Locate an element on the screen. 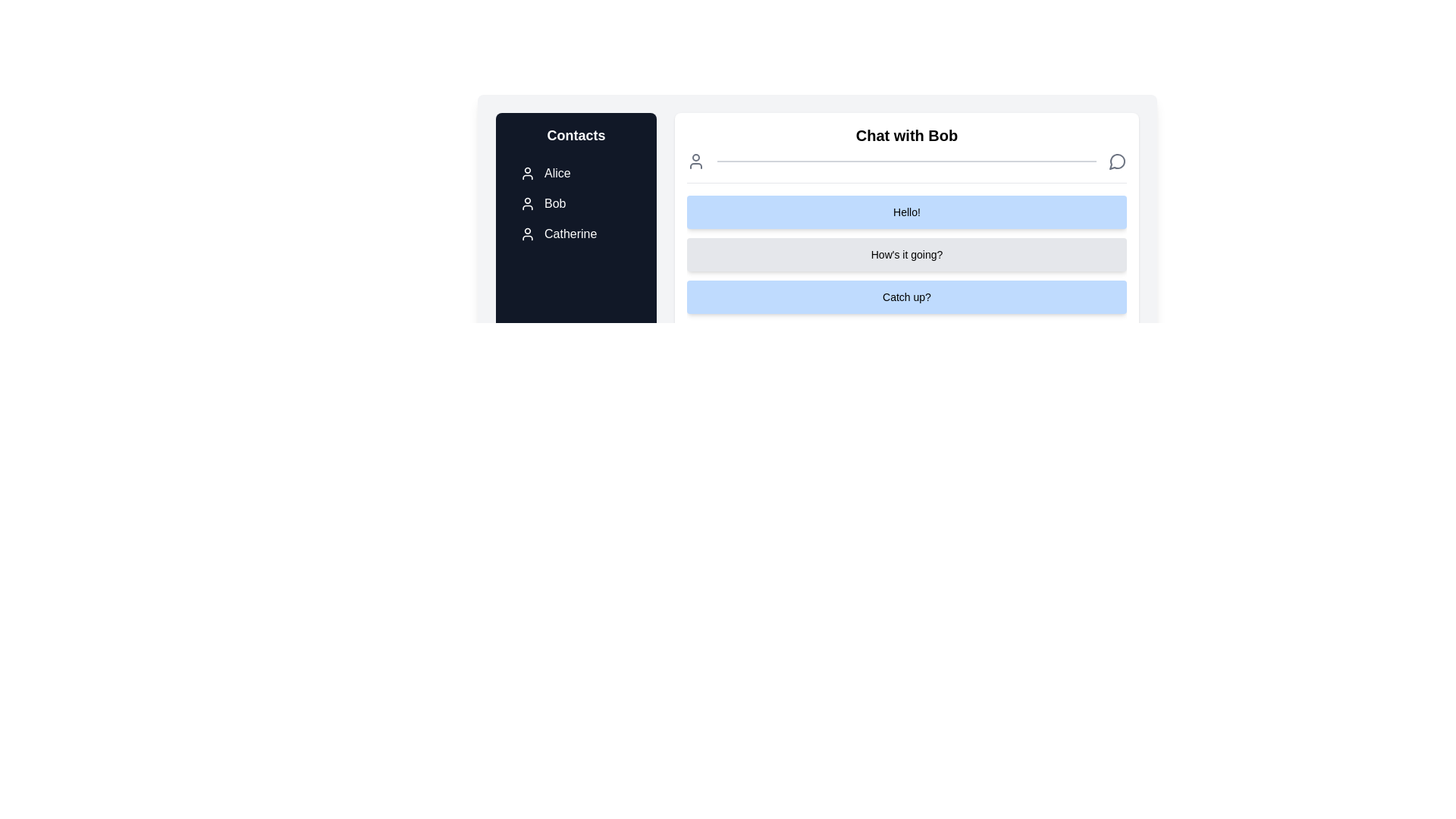 This screenshot has height=819, width=1456. the user-related functionality icon located at the left side of the horizontal row in the top-center area of the chat interface is located at coordinates (695, 161).